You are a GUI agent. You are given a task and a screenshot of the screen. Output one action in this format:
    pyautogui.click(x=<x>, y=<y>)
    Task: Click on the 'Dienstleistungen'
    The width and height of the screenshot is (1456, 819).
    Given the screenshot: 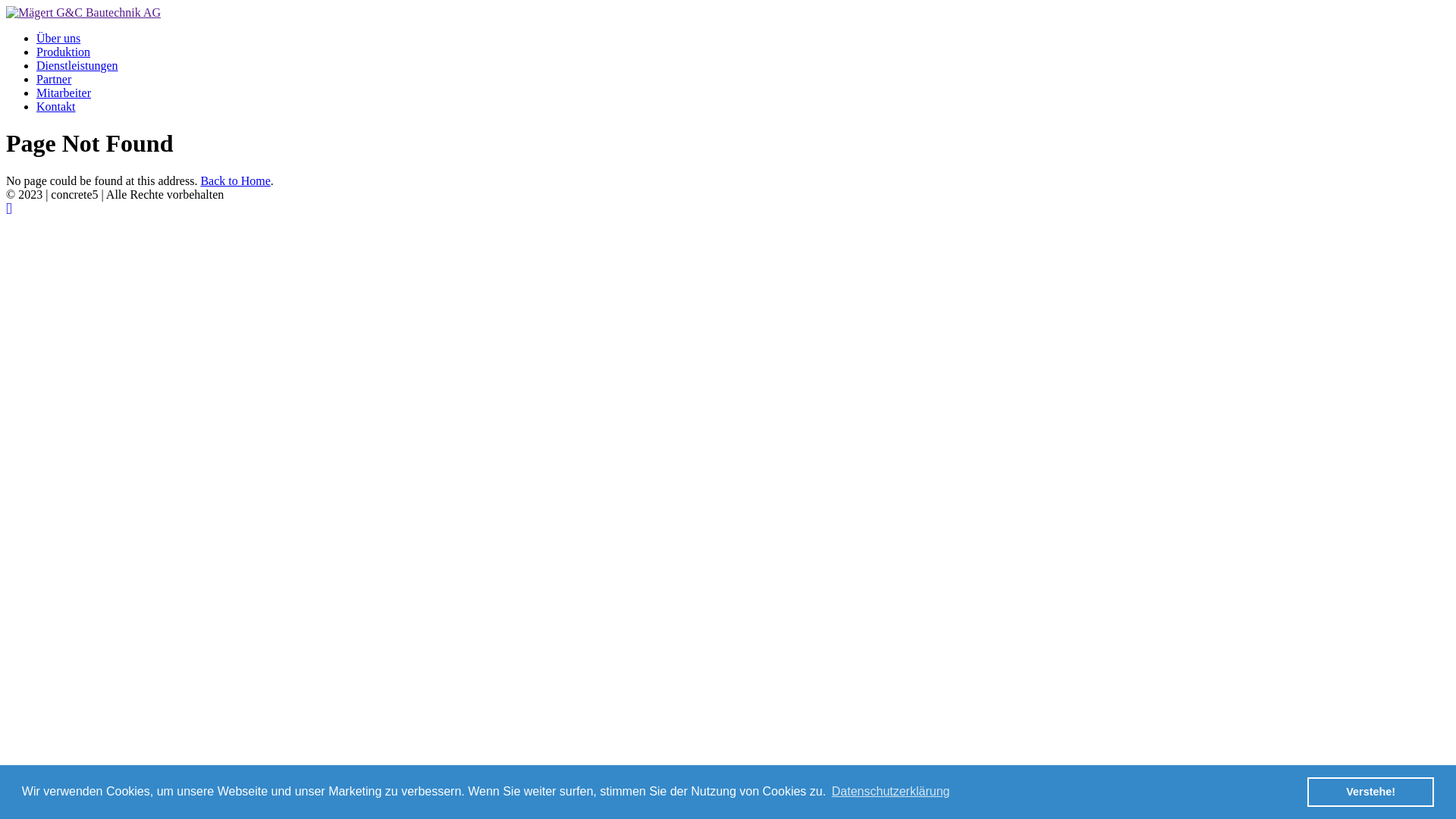 What is the action you would take?
    pyautogui.click(x=76, y=64)
    